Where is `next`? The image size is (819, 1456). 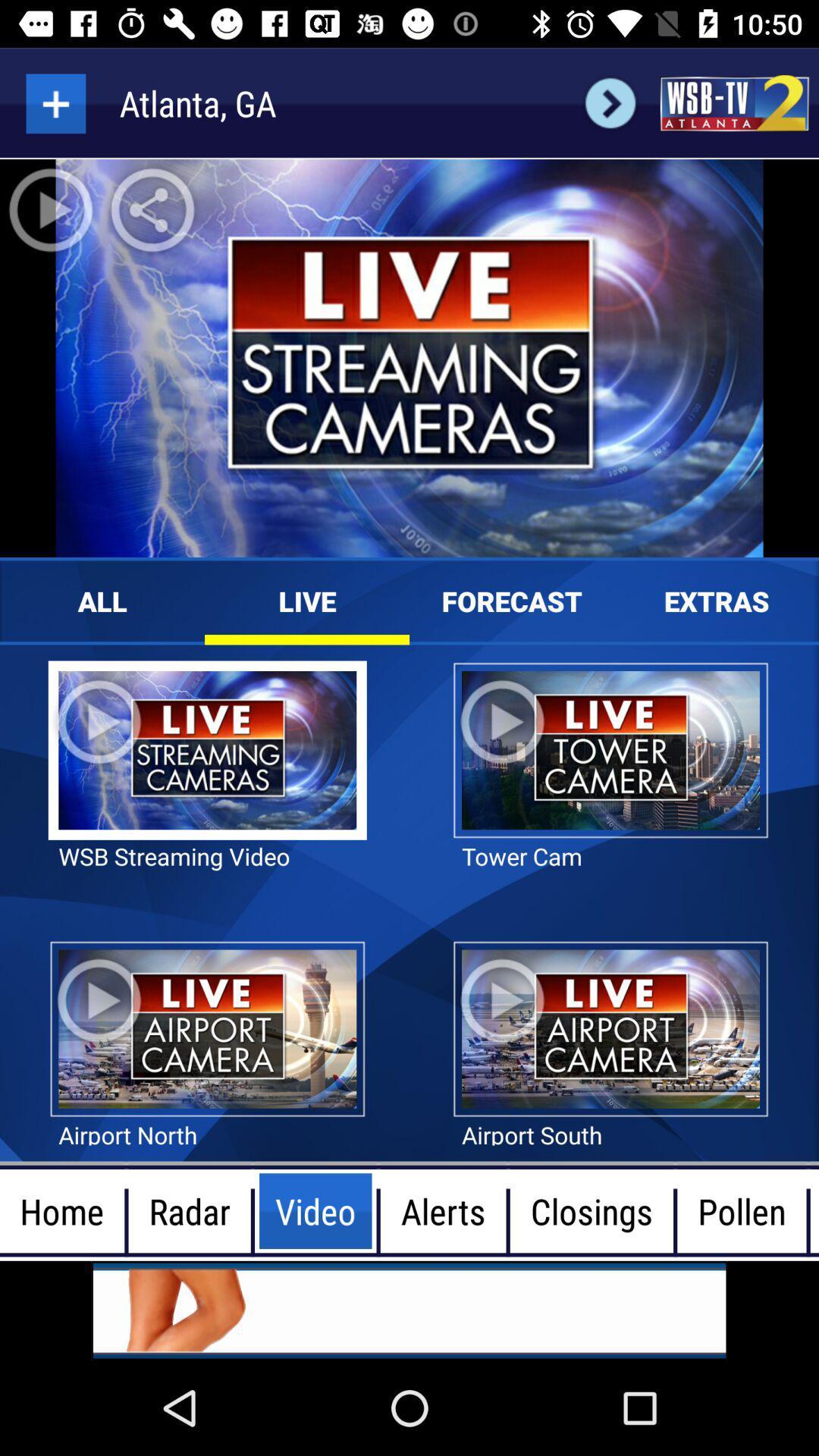
next is located at coordinates (610, 102).